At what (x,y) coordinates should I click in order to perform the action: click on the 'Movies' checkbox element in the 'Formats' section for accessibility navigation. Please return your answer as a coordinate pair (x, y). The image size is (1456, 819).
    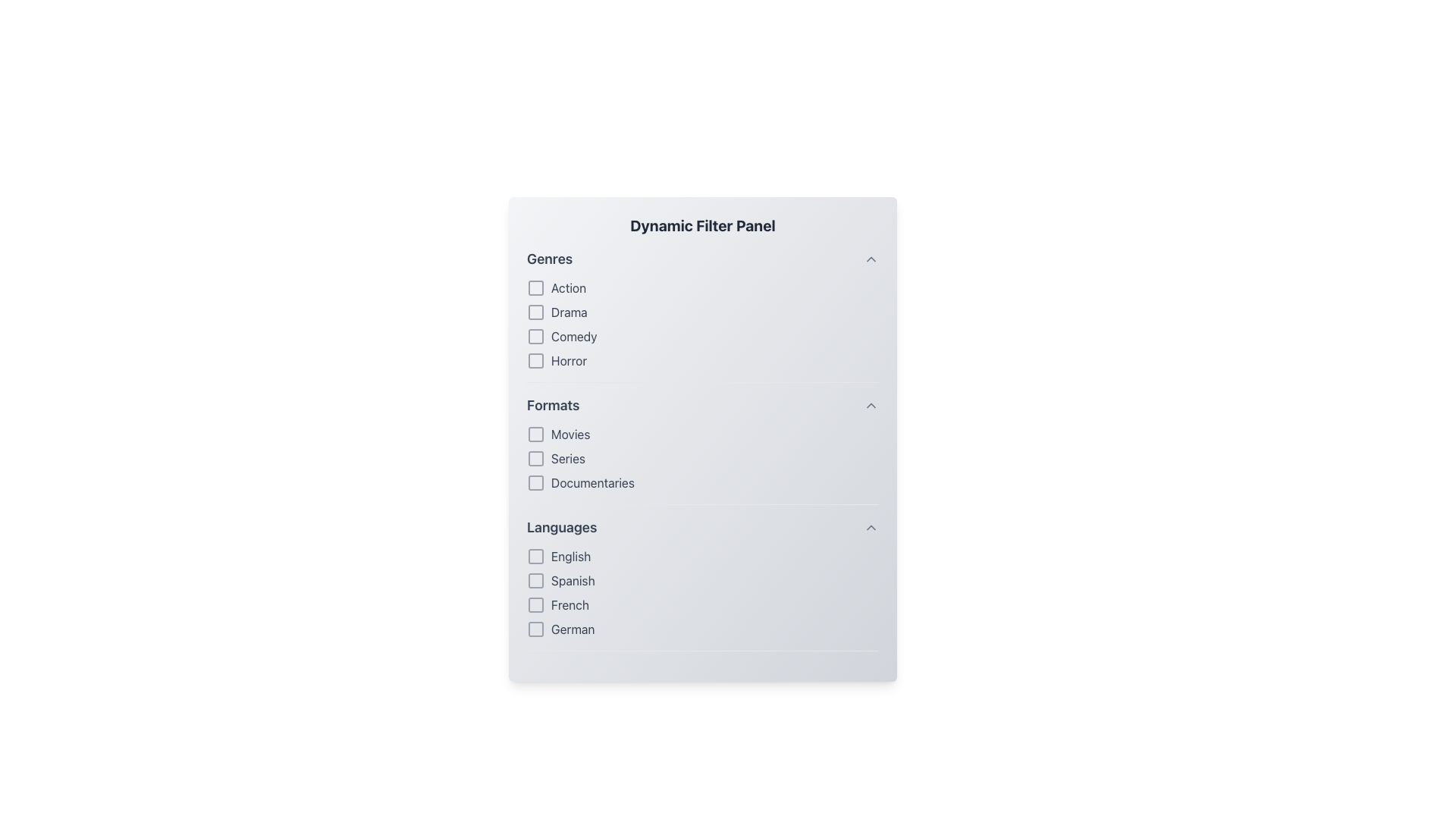
    Looking at the image, I should click on (701, 435).